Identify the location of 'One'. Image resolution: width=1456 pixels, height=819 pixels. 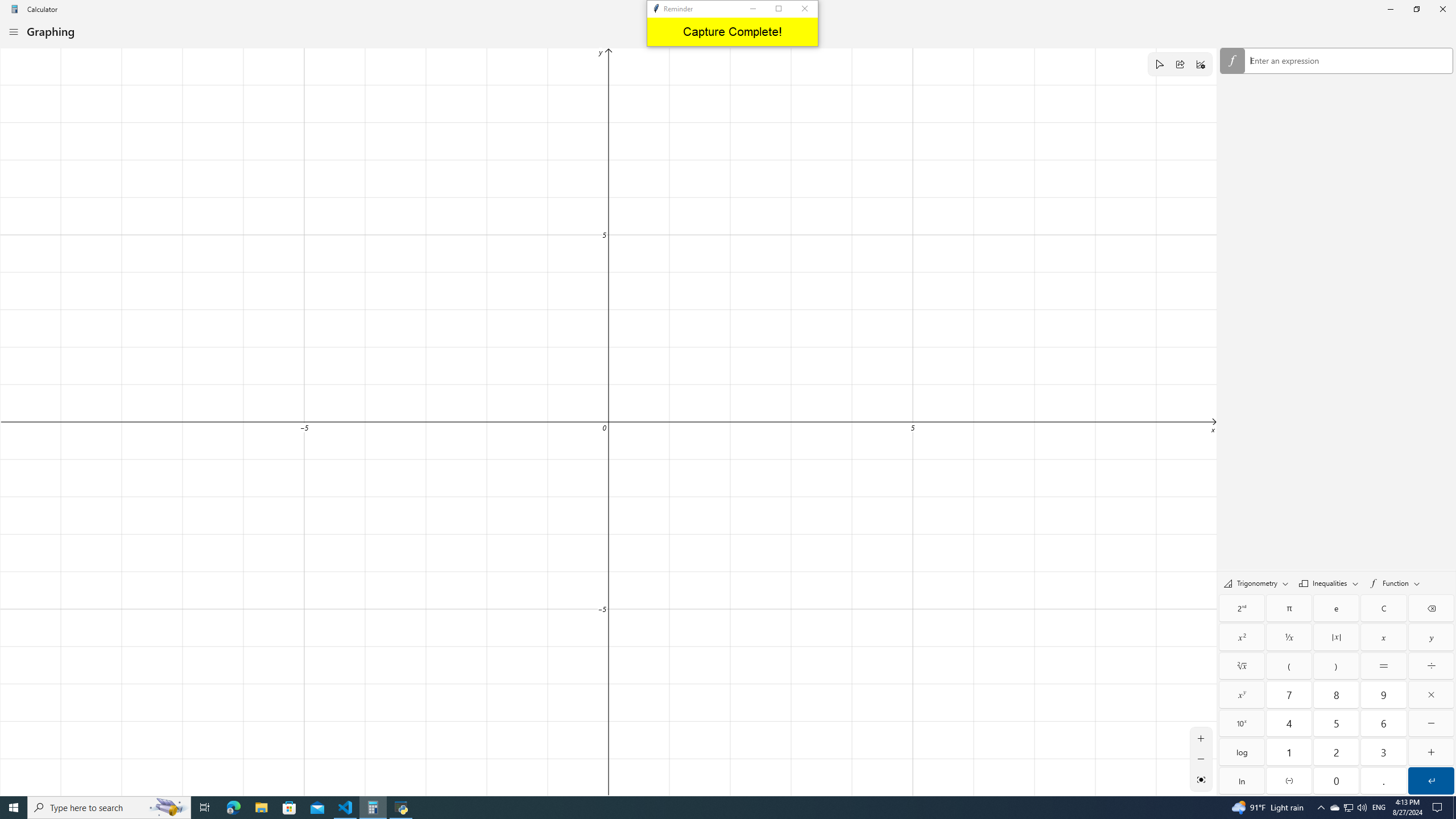
(1289, 751).